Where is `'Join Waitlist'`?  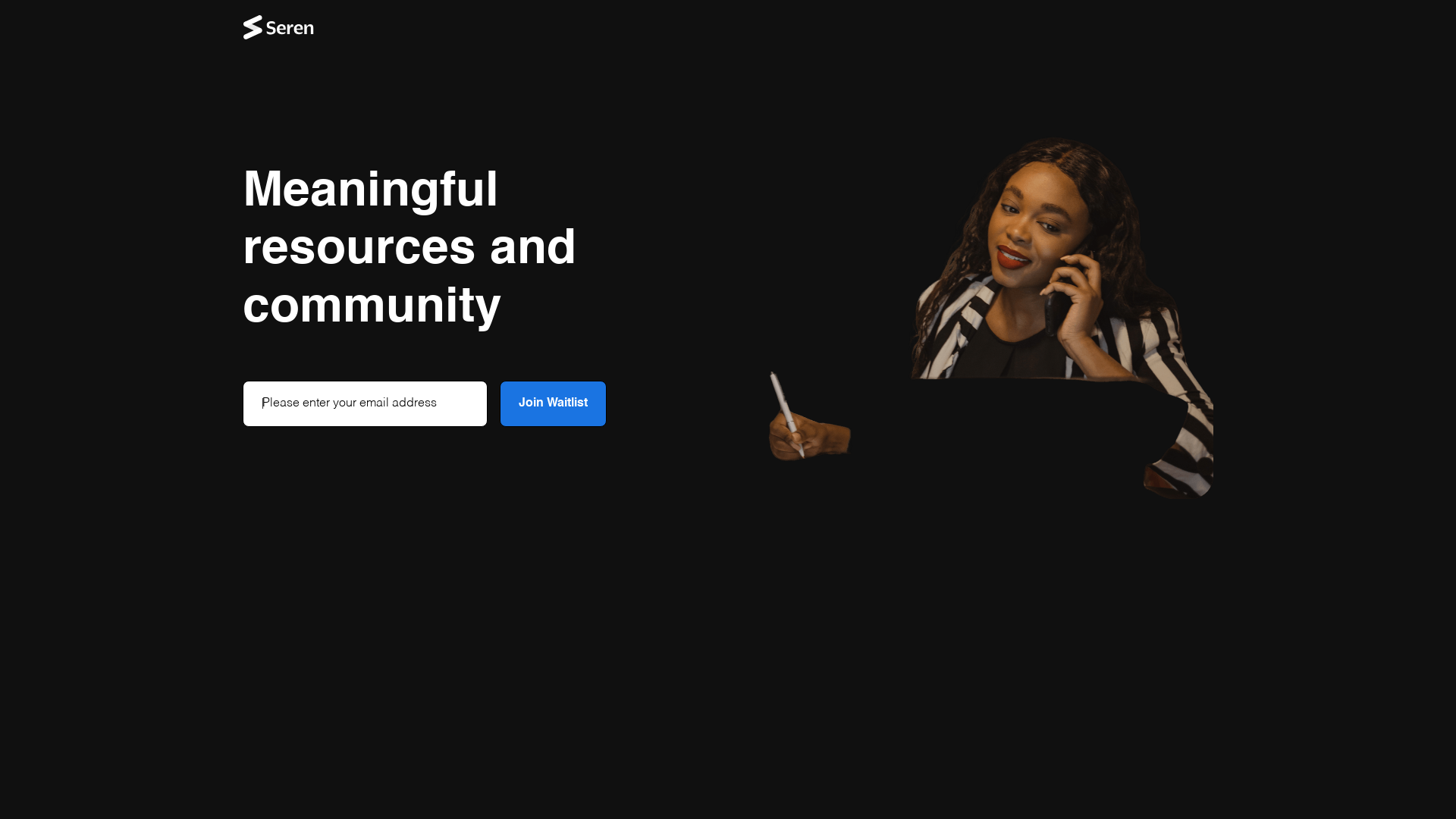 'Join Waitlist' is located at coordinates (499, 403).